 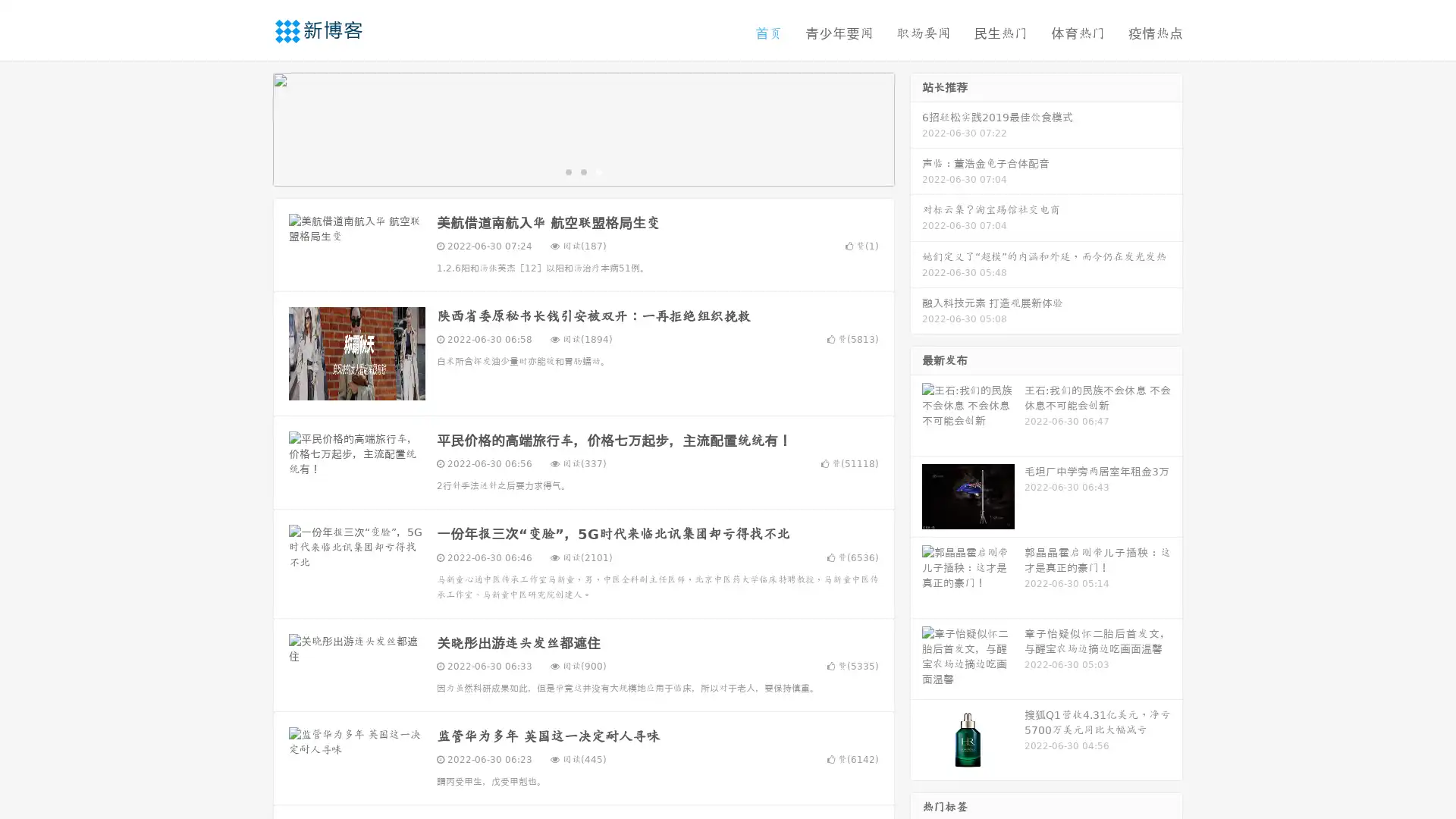 I want to click on Go to slide 1, so click(x=567, y=171).